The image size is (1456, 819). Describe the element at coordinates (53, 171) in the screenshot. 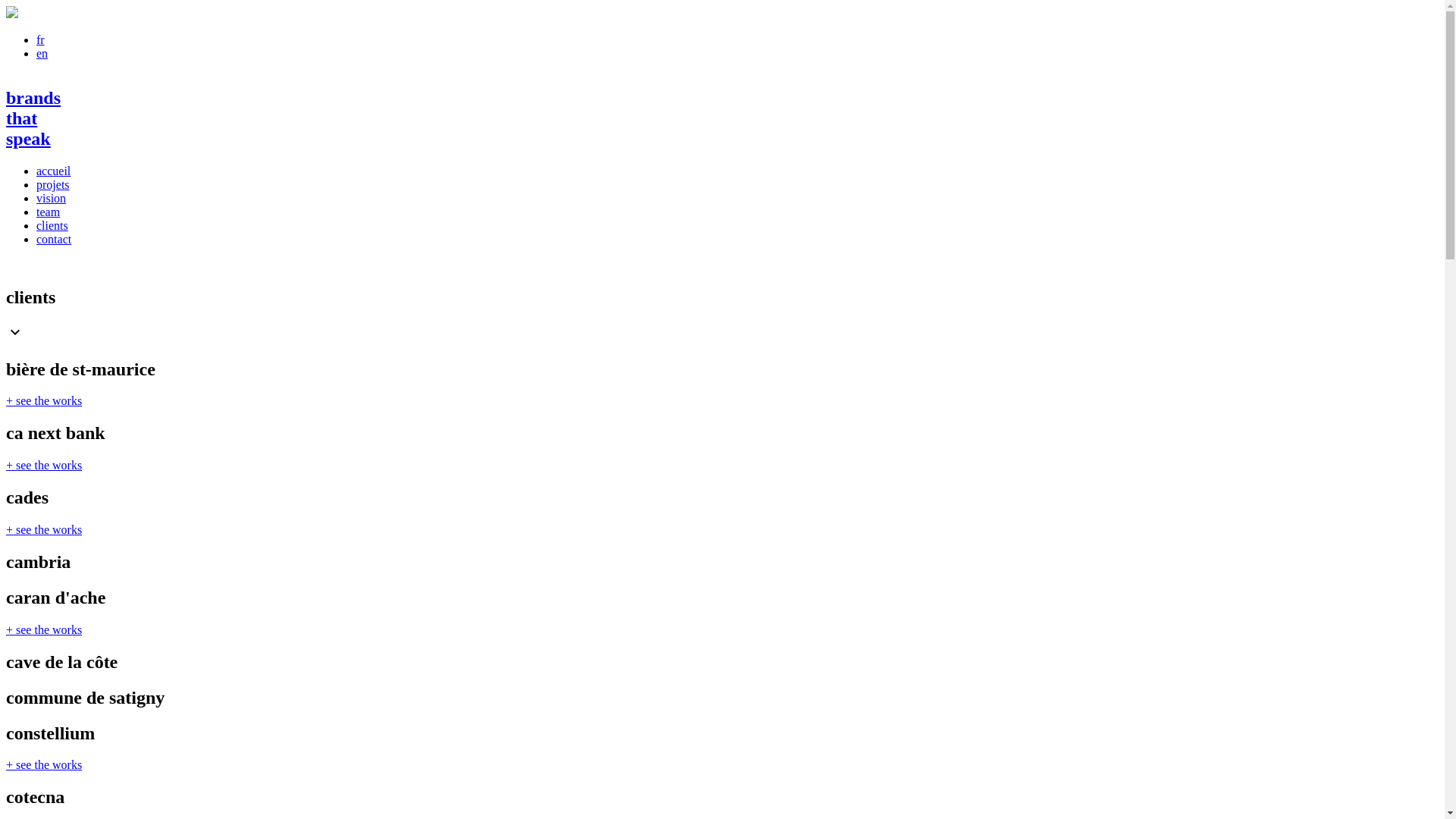

I see `'accueil'` at that location.